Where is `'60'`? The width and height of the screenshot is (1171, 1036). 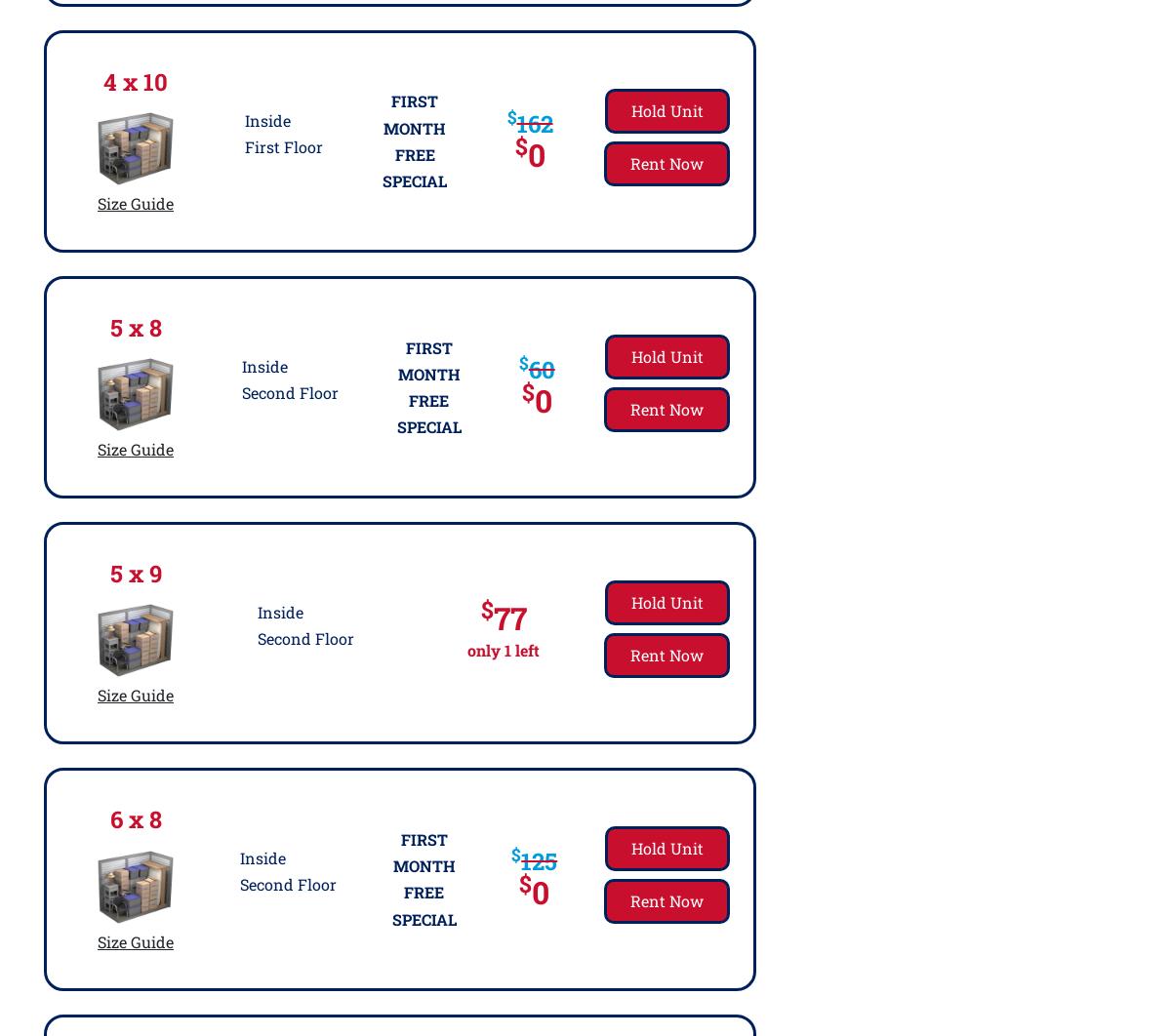 '60' is located at coordinates (526, 367).